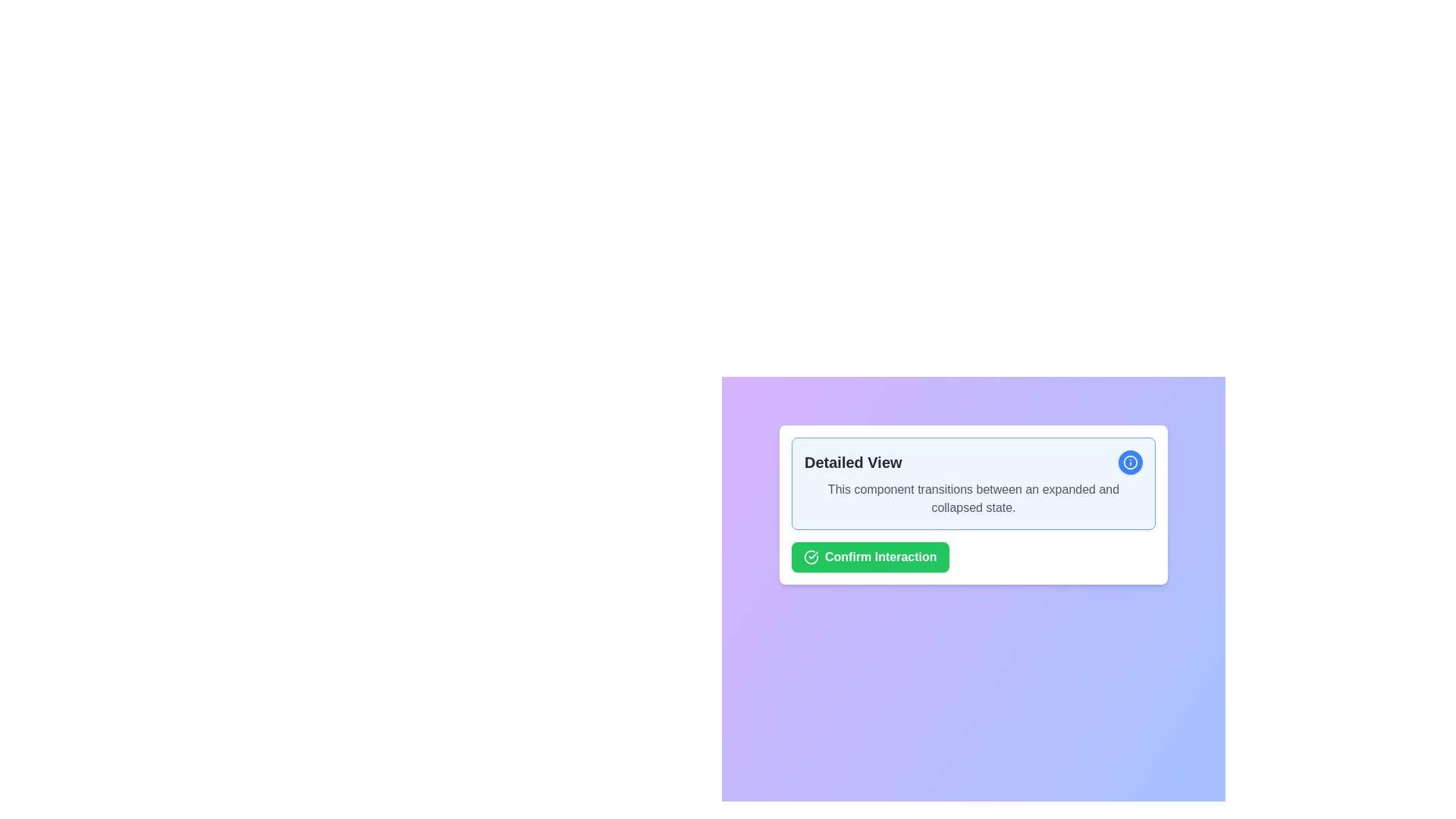  I want to click on the circular vector graphic with a checkmark inside the green button labeled 'Confirm Interaction' located at the bottom of the 'Detailed View' dialog box, so click(811, 557).